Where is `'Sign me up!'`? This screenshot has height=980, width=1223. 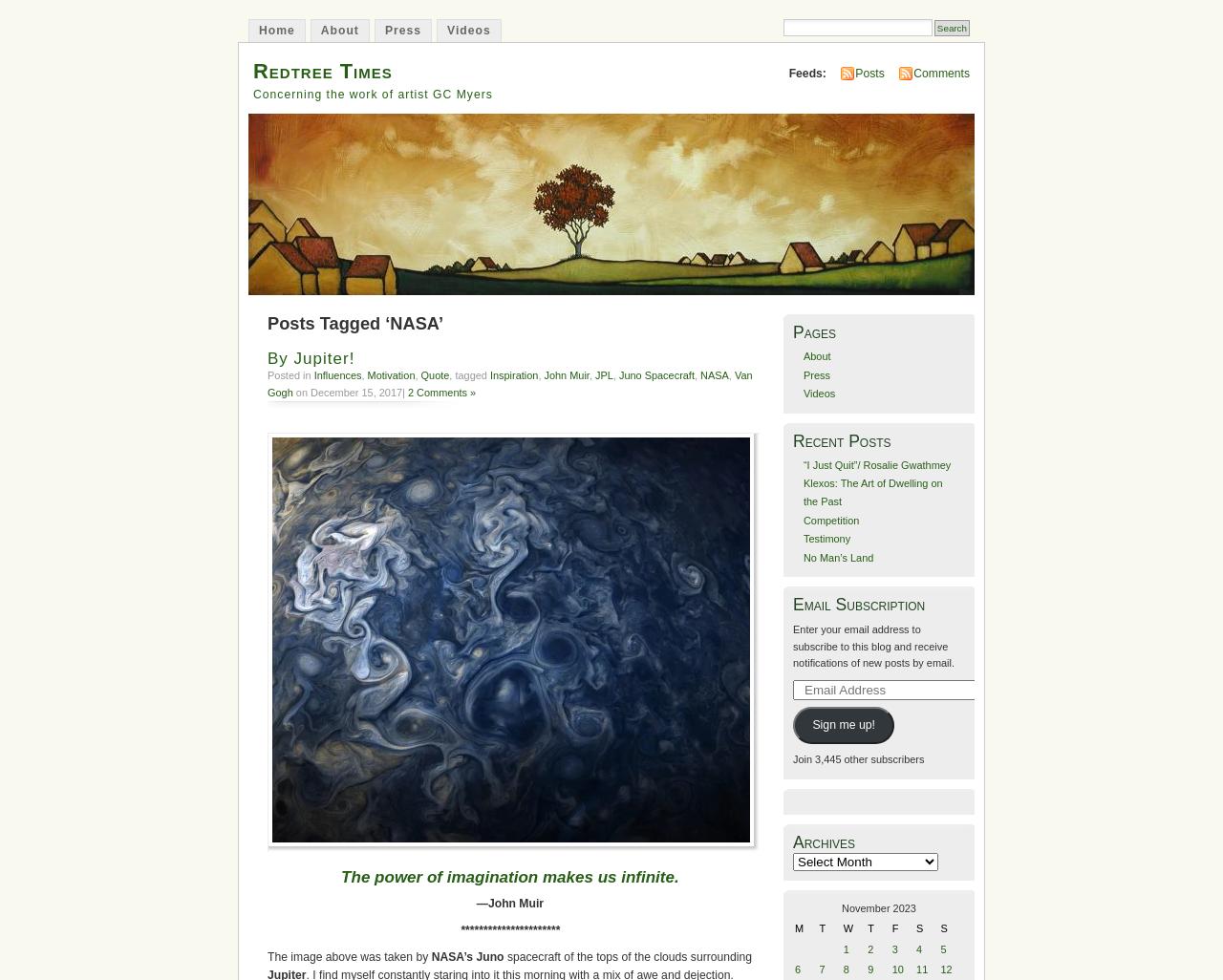 'Sign me up!' is located at coordinates (842, 725).